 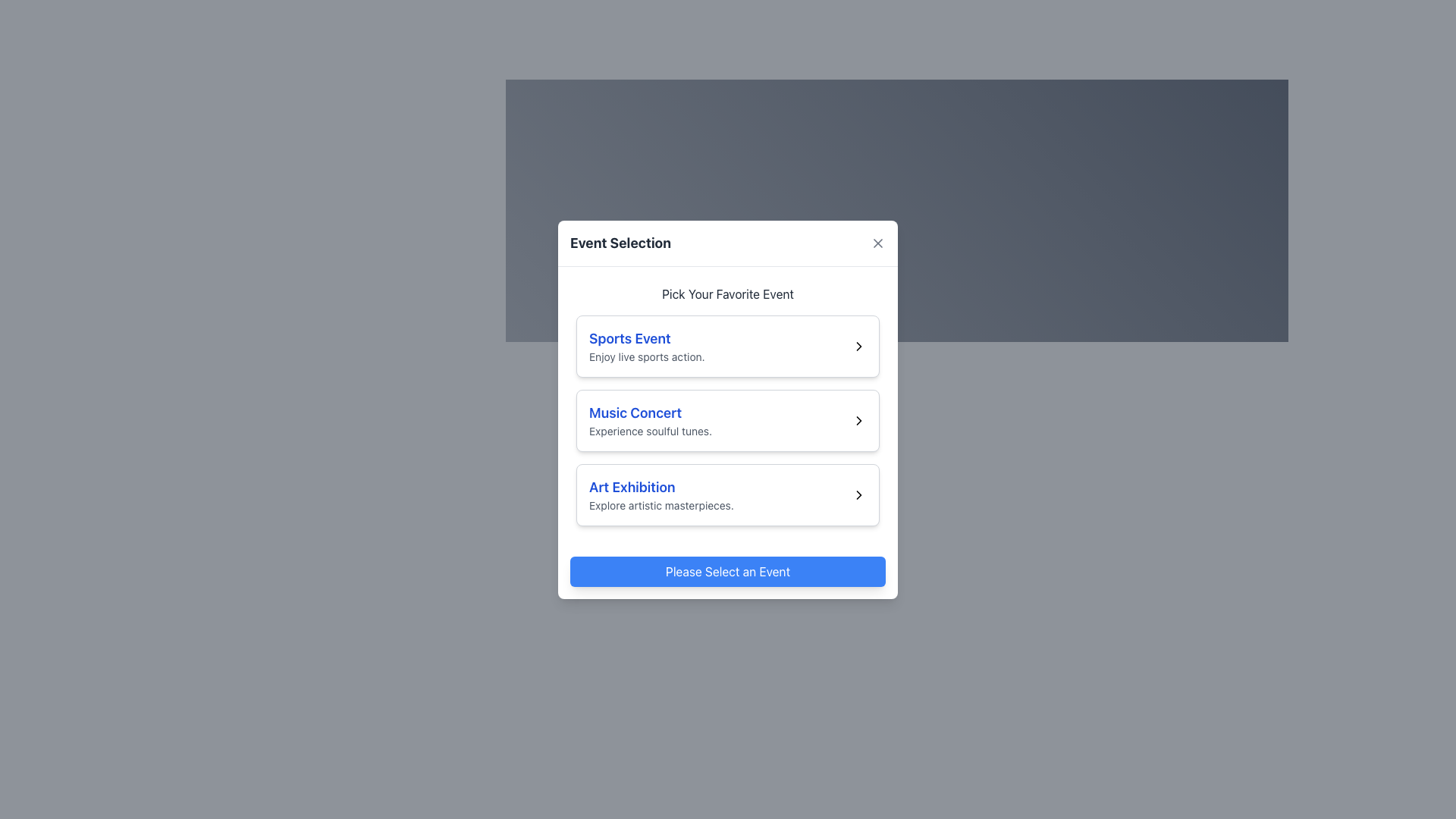 I want to click on the first right-facing chevron icon, which is located next to the 'Sports Event' text in the upper section of the interface, so click(x=858, y=346).